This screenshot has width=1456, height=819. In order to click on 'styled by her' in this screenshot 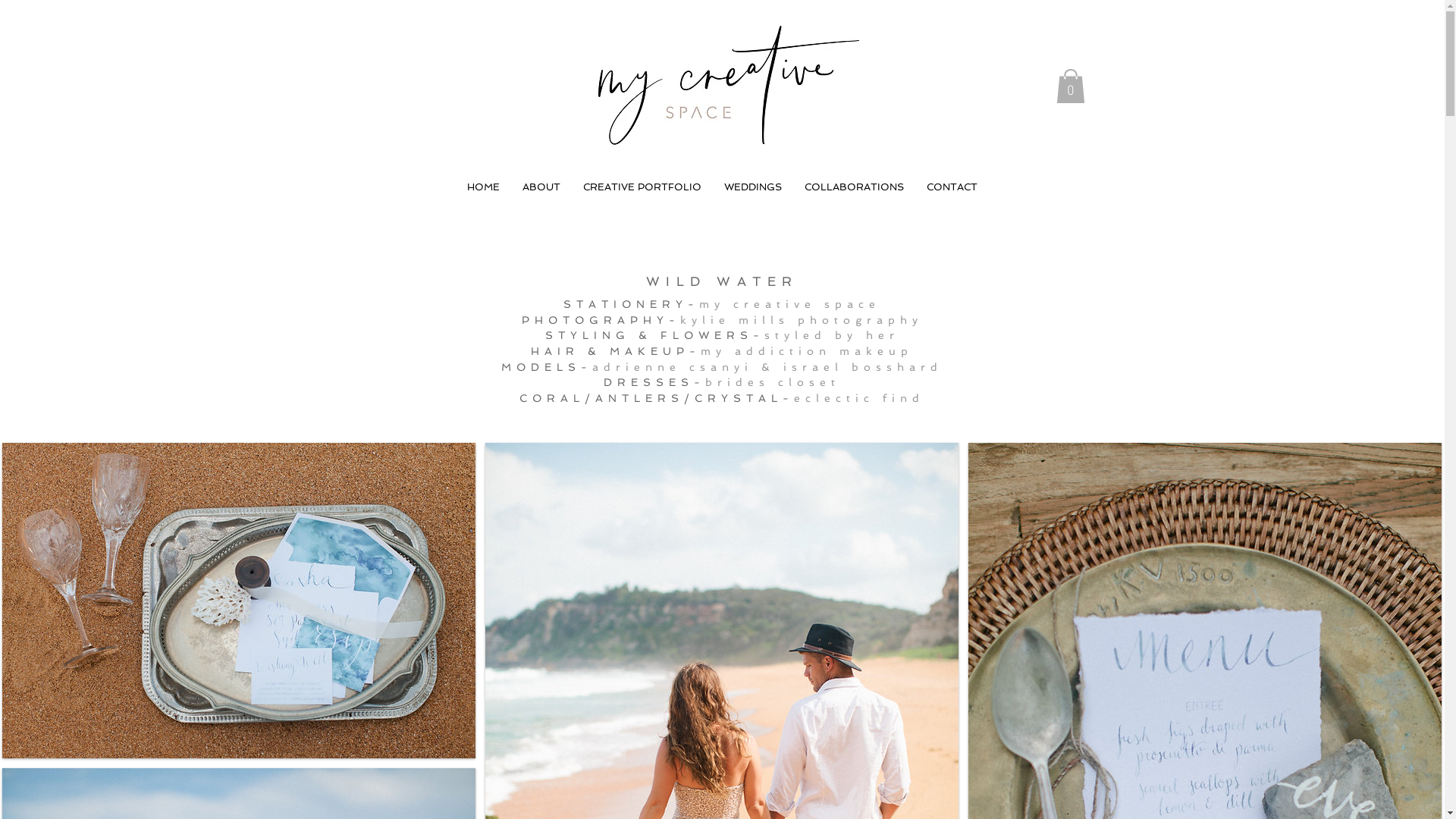, I will do `click(764, 334)`.